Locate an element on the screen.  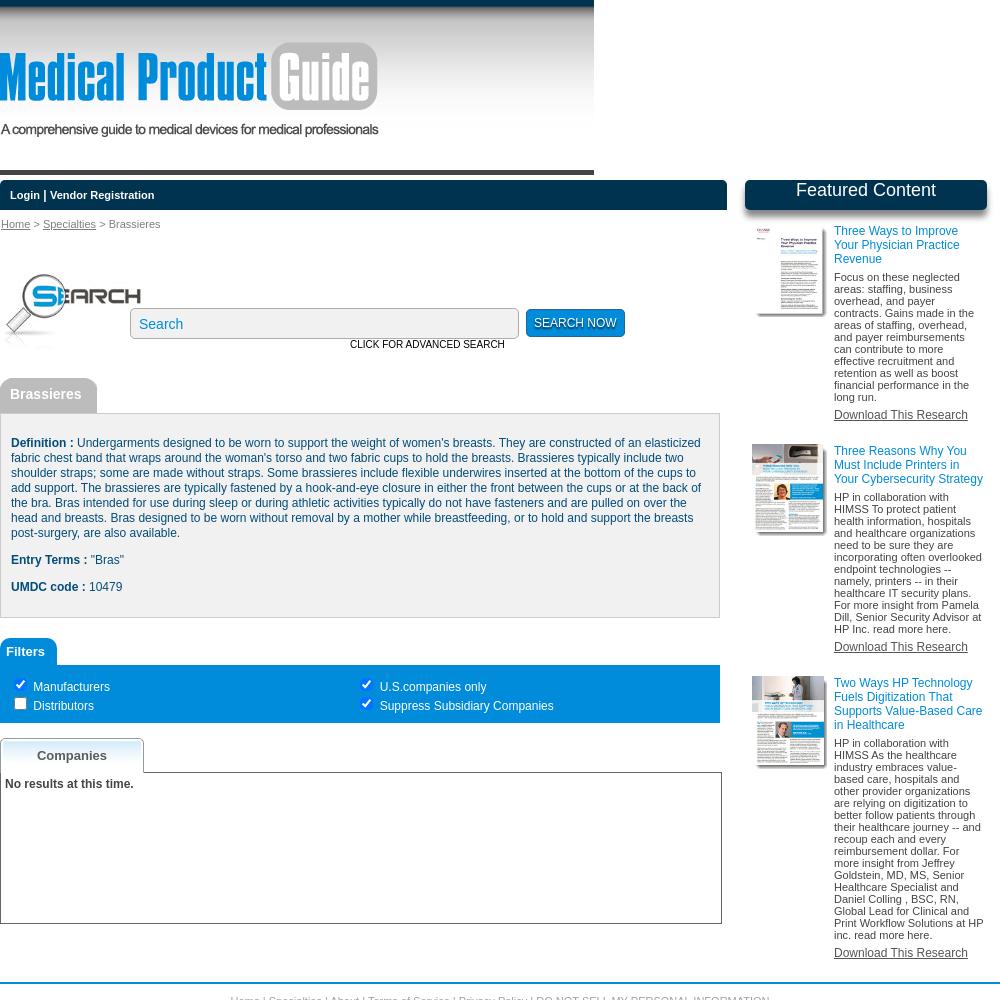
'Login' is located at coordinates (24, 194).